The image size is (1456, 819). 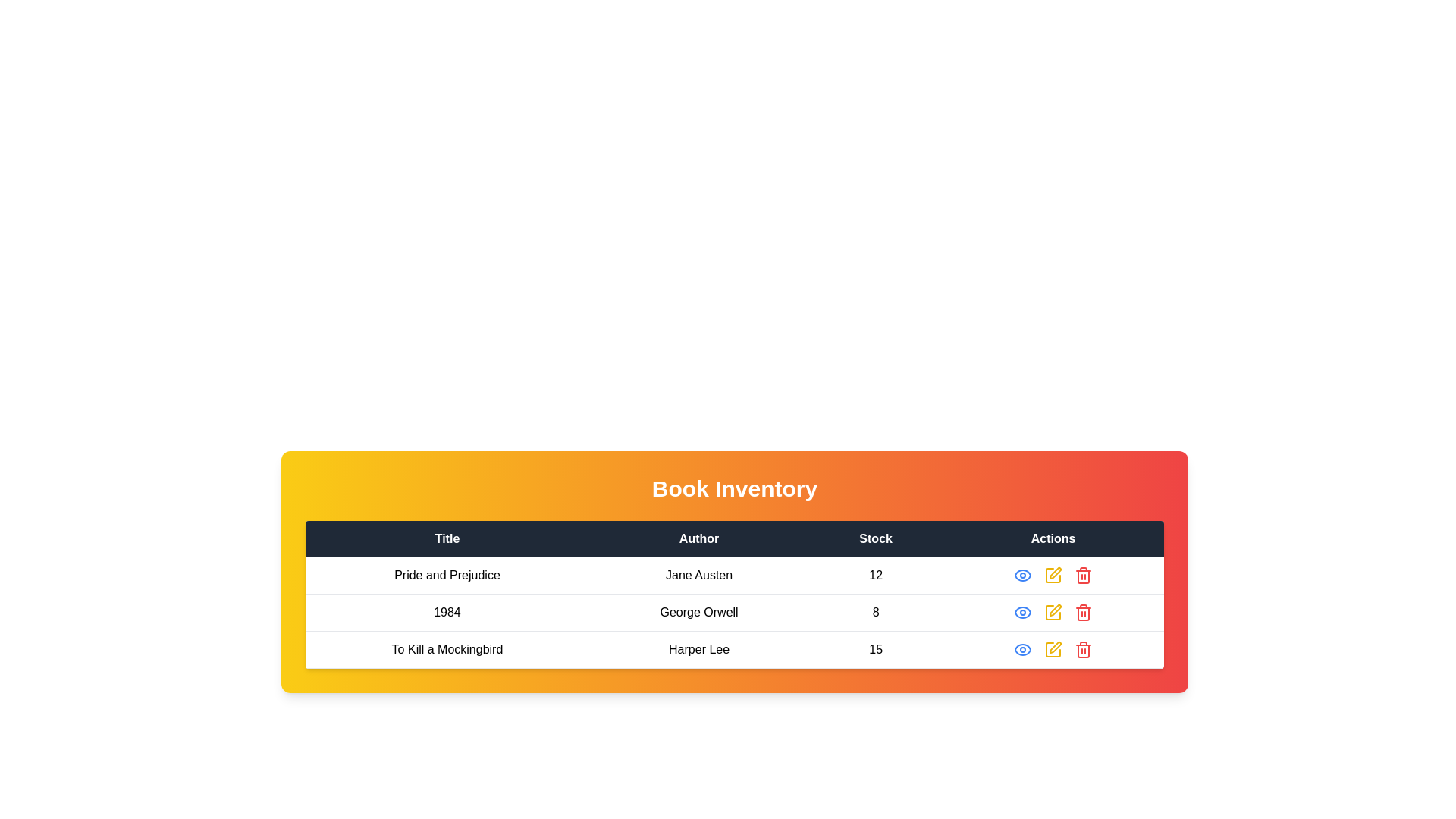 I want to click on the first row of the book inventory table, which displays the book's title, author, and stock count, to interact with its individual parts, so click(x=735, y=576).